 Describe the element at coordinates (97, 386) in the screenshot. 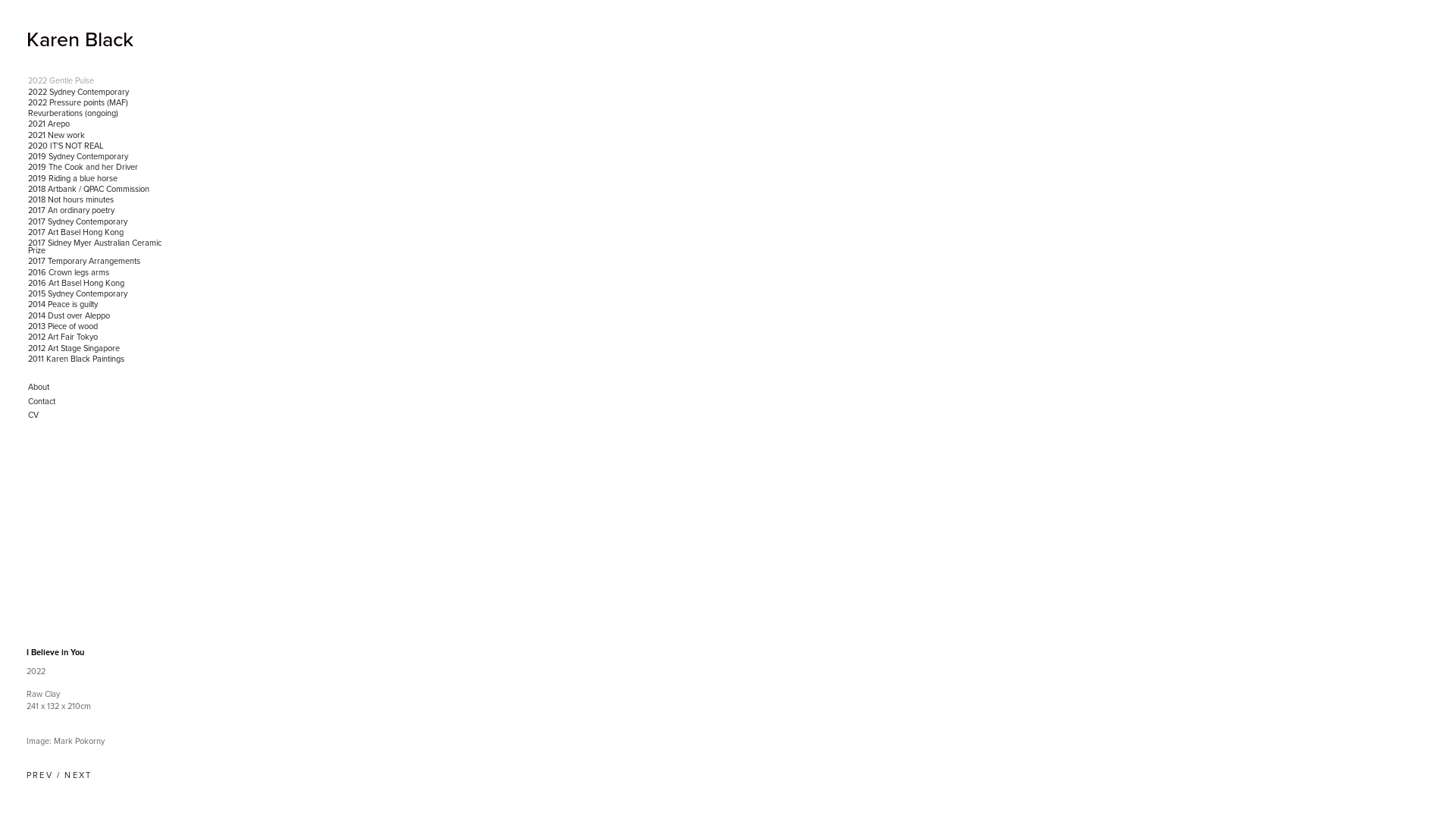

I see `'About'` at that location.